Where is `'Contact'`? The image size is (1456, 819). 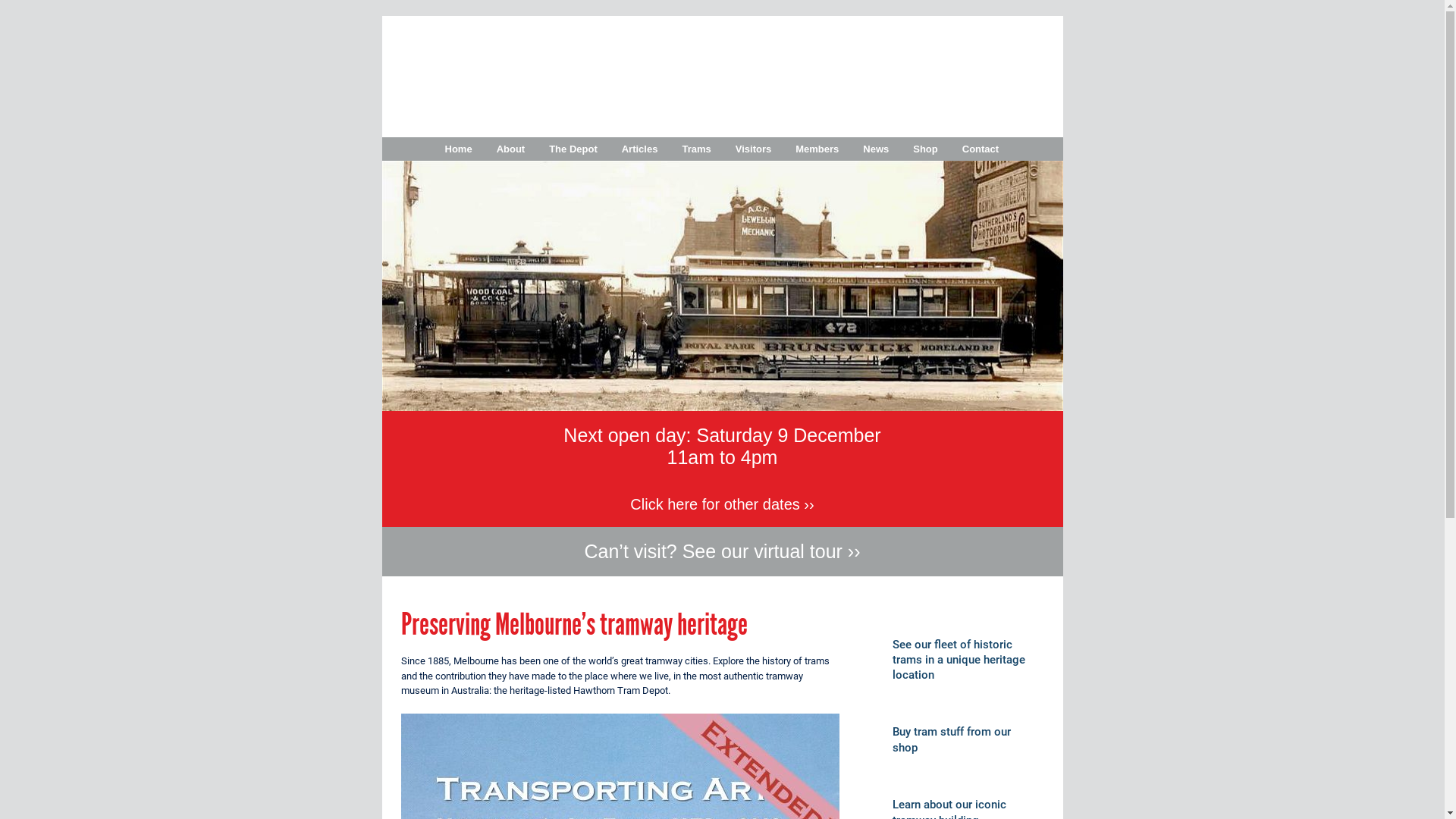 'Contact' is located at coordinates (980, 149).